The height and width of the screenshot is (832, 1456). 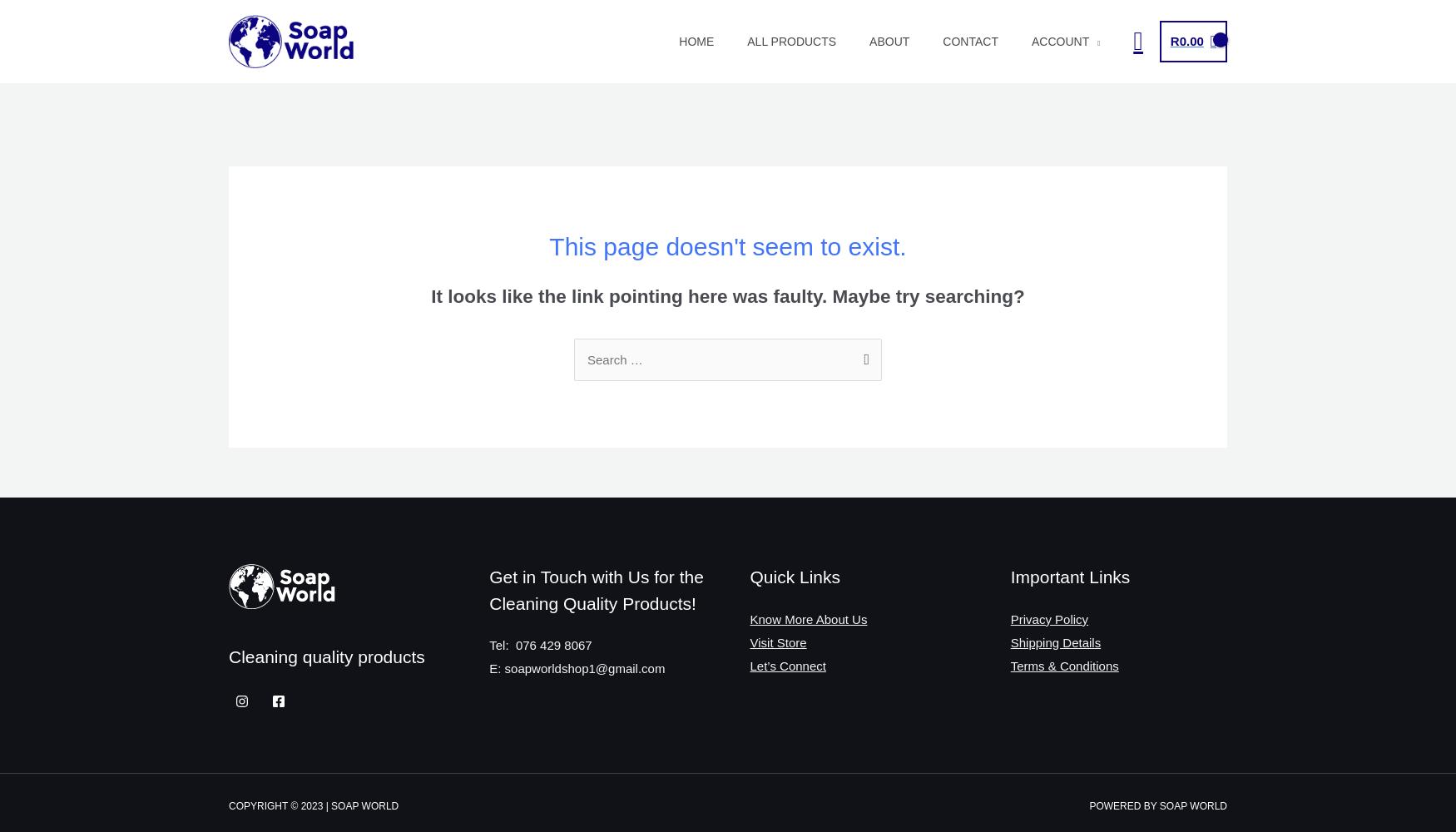 What do you see at coordinates (1063, 665) in the screenshot?
I see `'Terms & Conditions'` at bounding box center [1063, 665].